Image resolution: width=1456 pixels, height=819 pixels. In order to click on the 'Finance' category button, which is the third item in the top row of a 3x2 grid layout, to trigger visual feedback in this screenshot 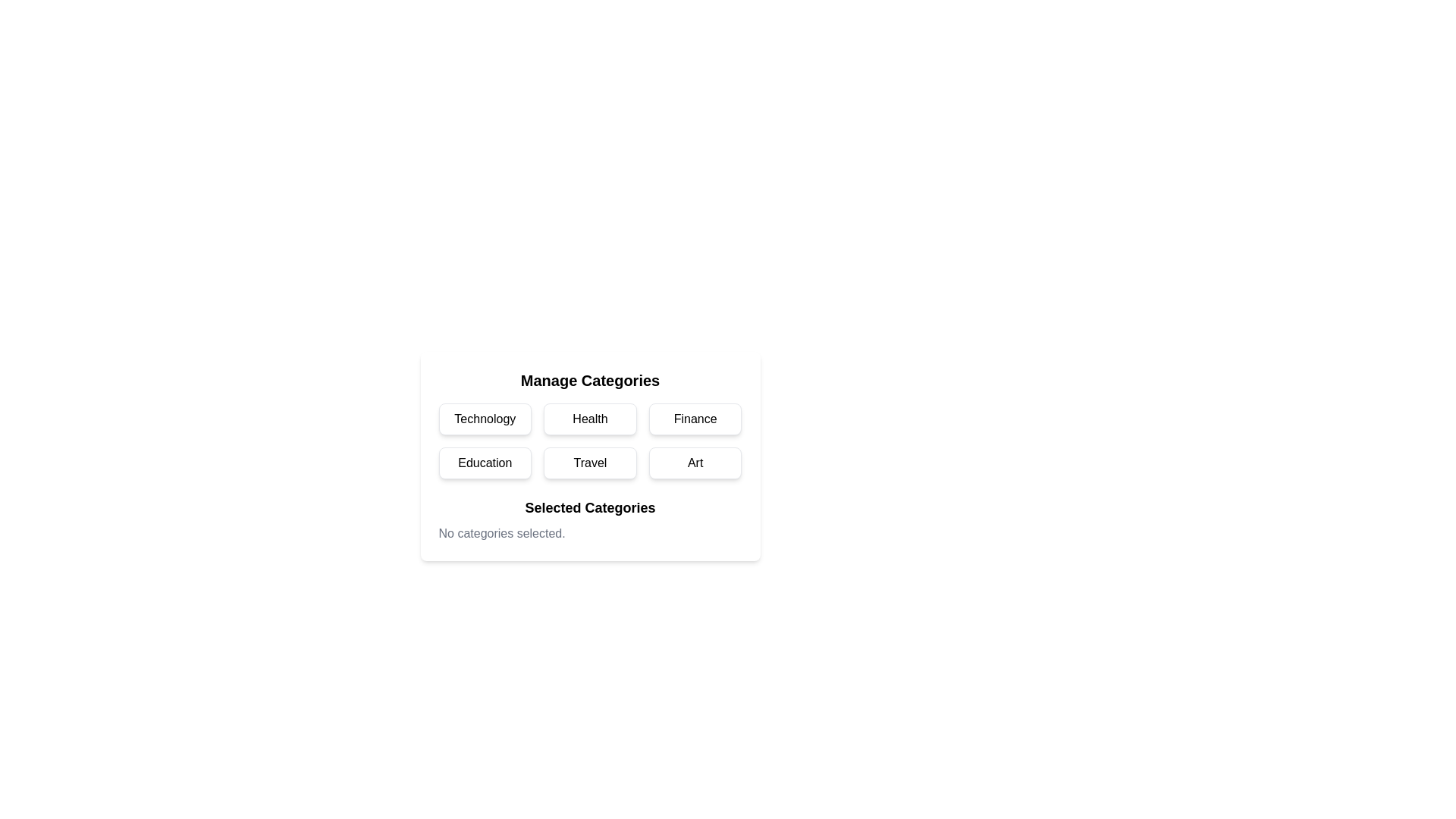, I will do `click(695, 419)`.